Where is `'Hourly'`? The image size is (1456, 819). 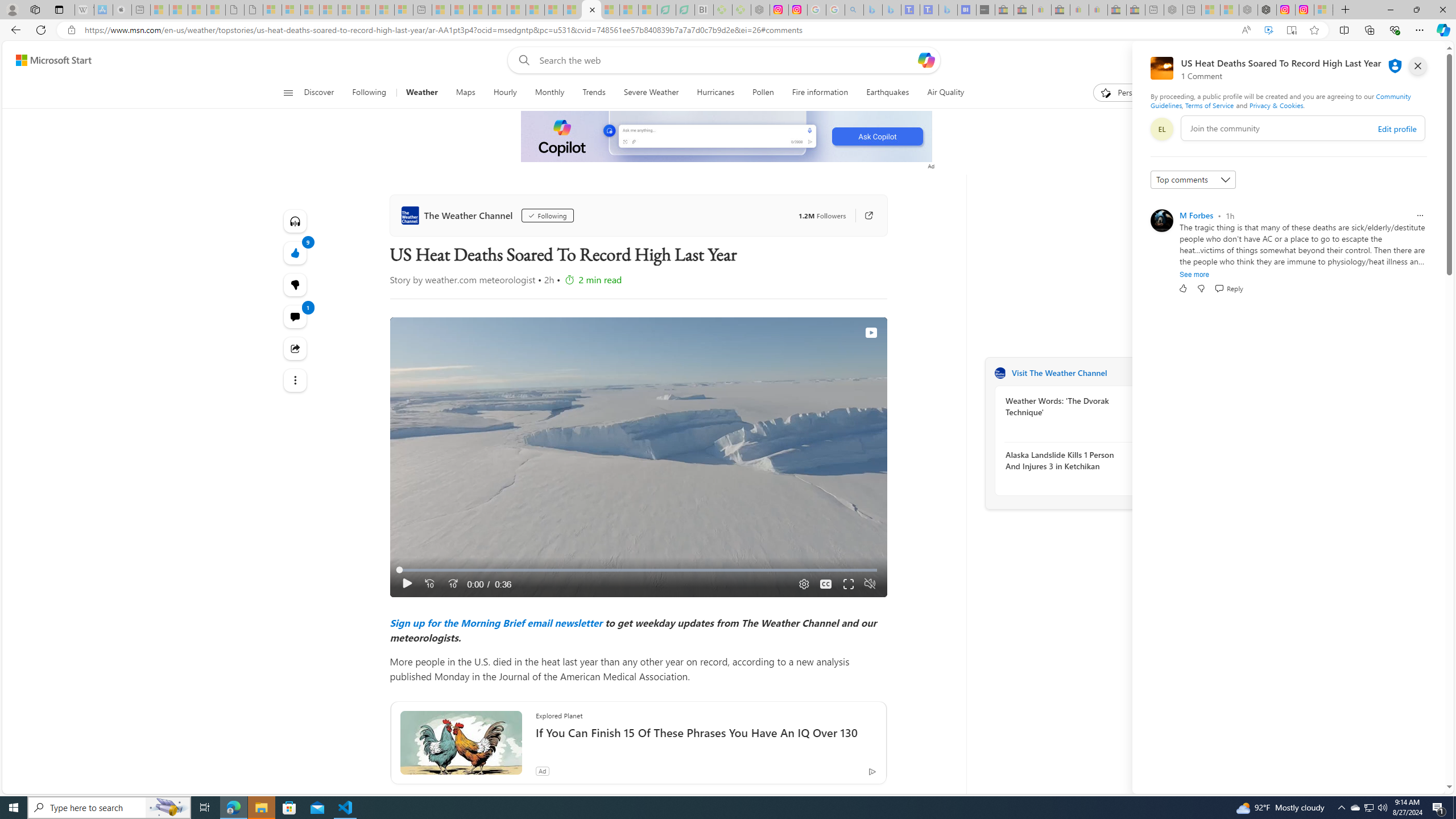 'Hourly' is located at coordinates (504, 92).